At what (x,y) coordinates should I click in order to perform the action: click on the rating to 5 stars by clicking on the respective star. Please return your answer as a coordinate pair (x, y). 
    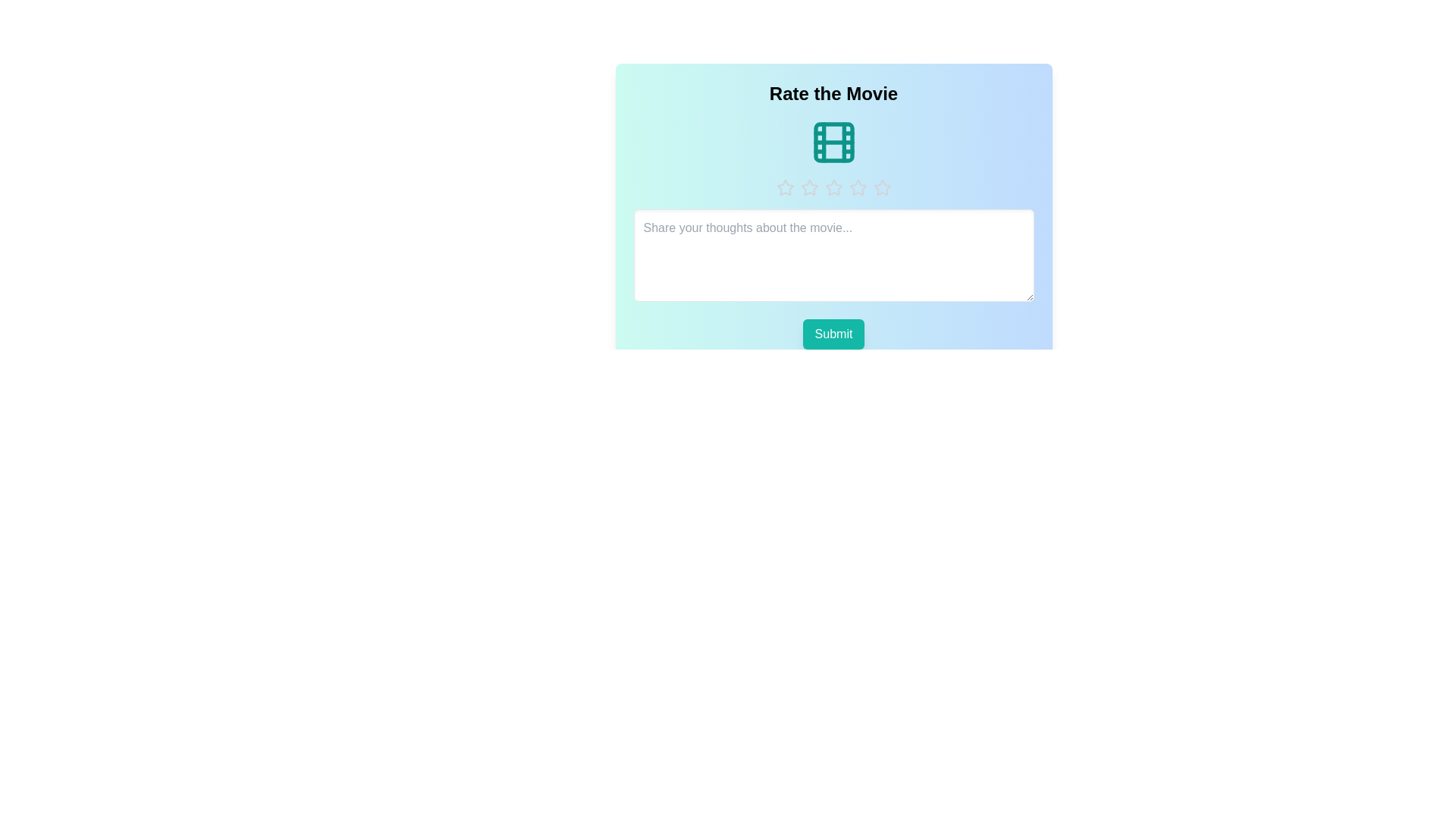
    Looking at the image, I should click on (882, 187).